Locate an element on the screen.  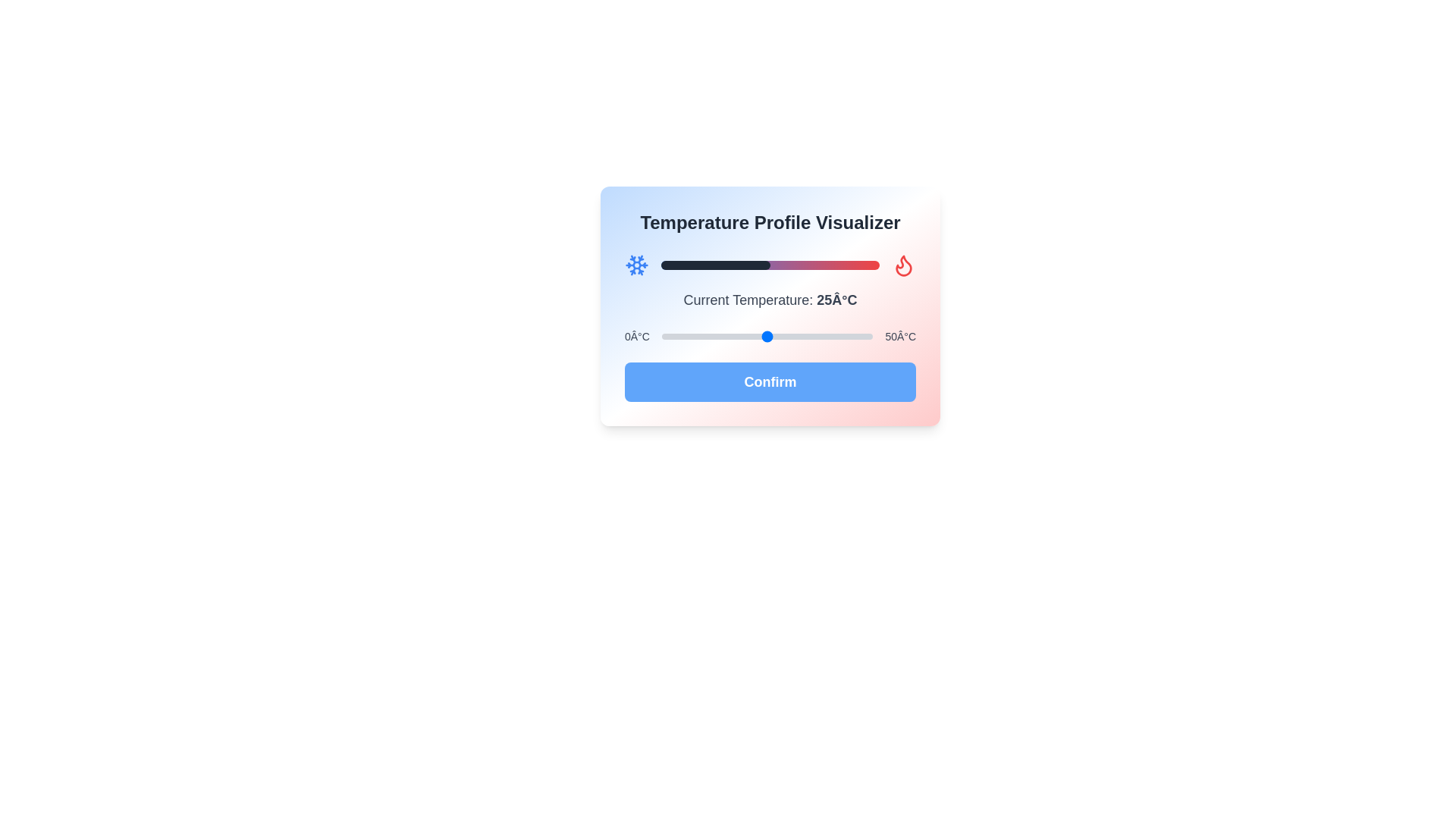
the flame icon to emphasize its state is located at coordinates (903, 265).